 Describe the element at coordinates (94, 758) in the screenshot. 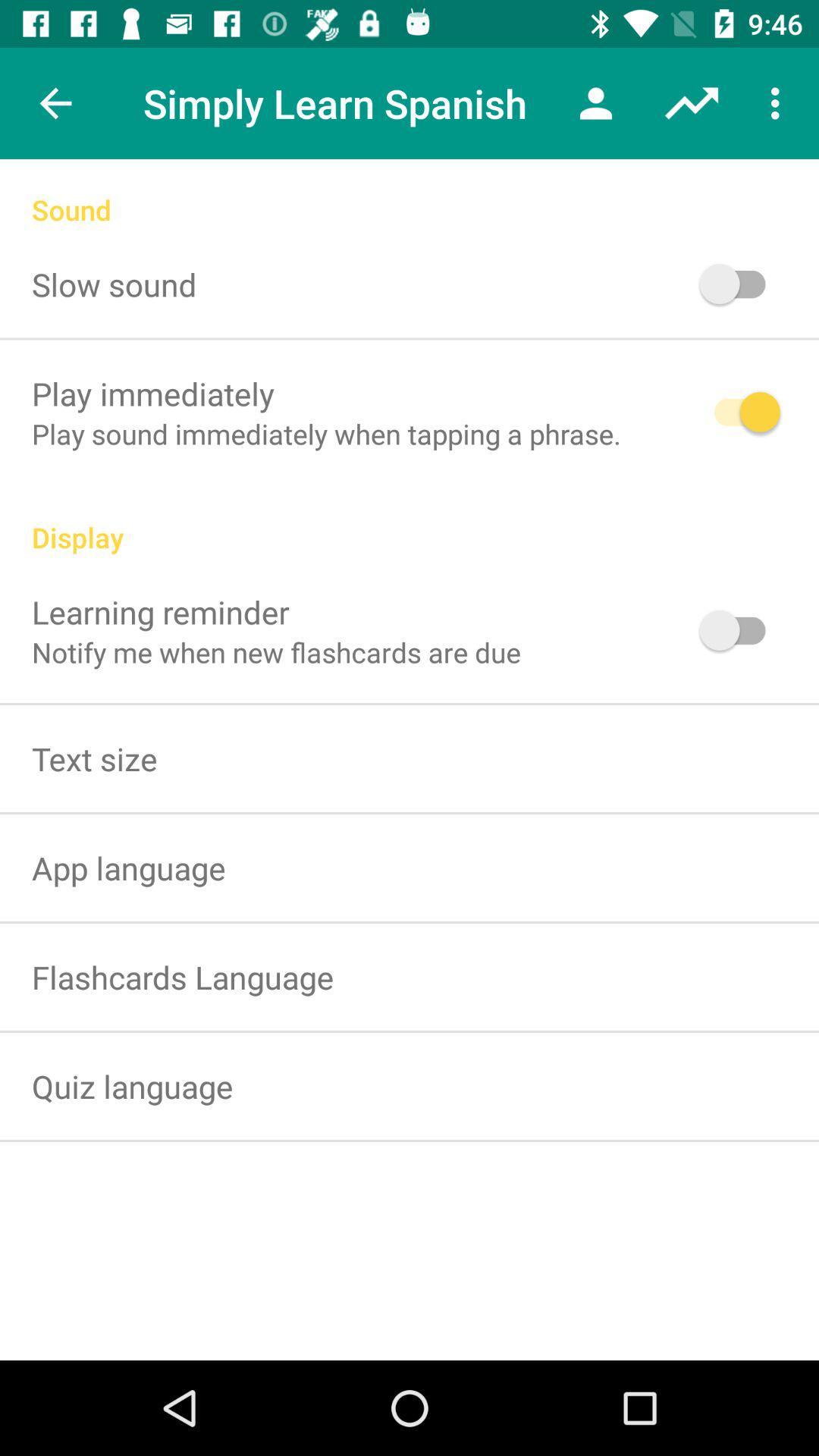

I see `the text size item` at that location.